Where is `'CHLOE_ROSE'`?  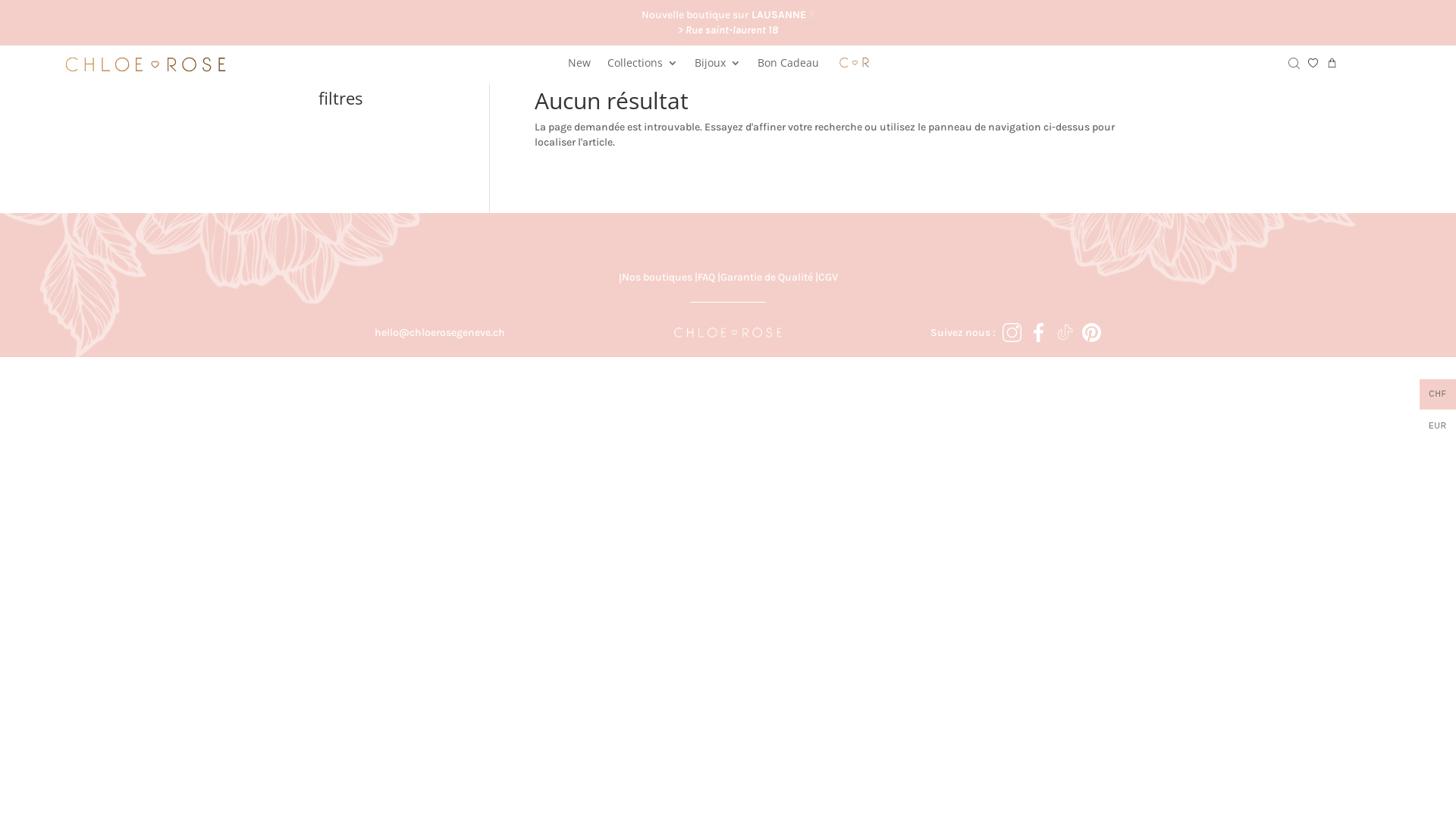 'CHLOE_ROSE' is located at coordinates (728, 331).